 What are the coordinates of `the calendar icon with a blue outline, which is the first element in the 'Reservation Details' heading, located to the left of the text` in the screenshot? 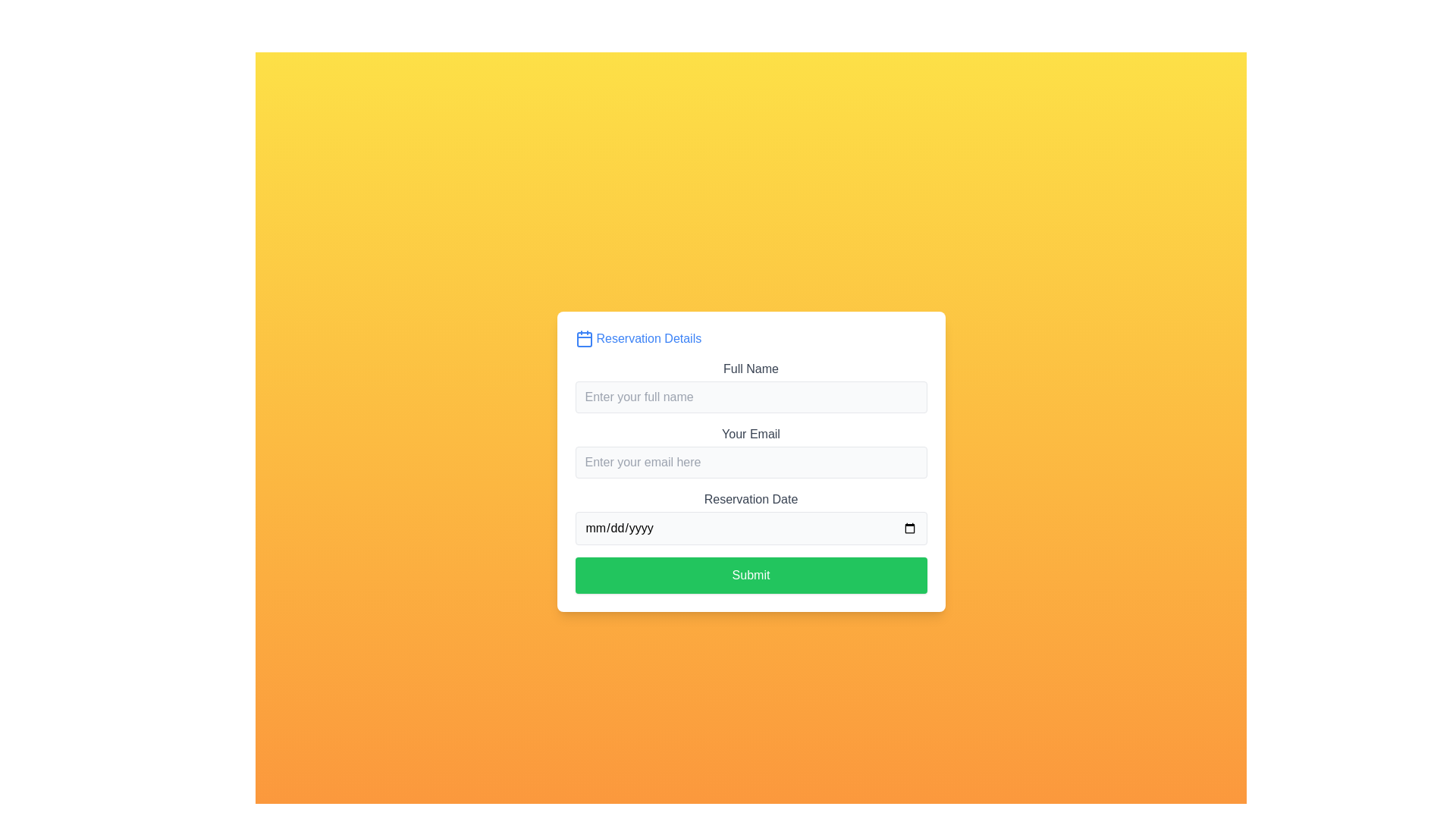 It's located at (583, 338).